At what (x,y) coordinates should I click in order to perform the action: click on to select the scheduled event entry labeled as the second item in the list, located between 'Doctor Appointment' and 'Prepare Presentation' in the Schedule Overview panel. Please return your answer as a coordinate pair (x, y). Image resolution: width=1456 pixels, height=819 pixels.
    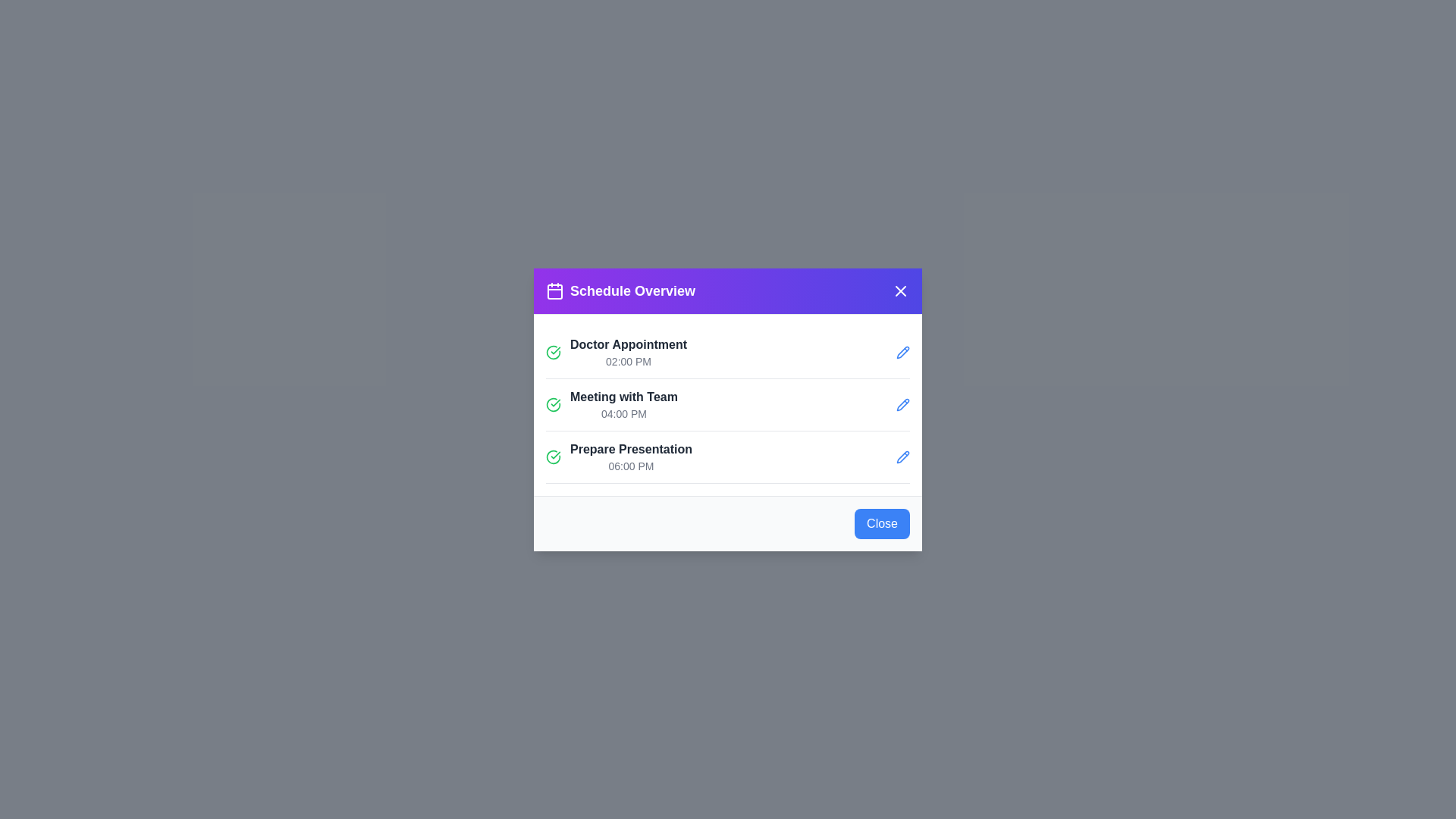
    Looking at the image, I should click on (611, 403).